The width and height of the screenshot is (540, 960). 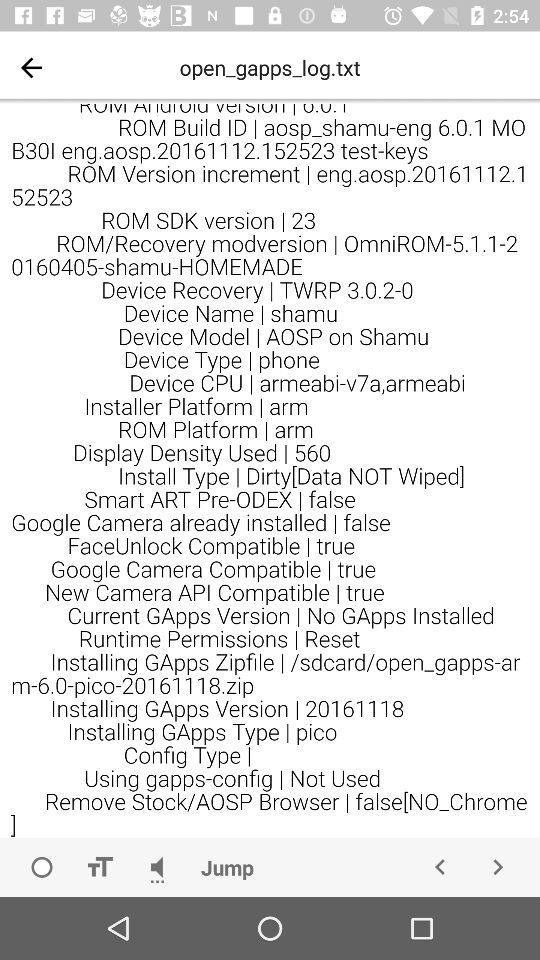 I want to click on highlight text, so click(x=98, y=866).